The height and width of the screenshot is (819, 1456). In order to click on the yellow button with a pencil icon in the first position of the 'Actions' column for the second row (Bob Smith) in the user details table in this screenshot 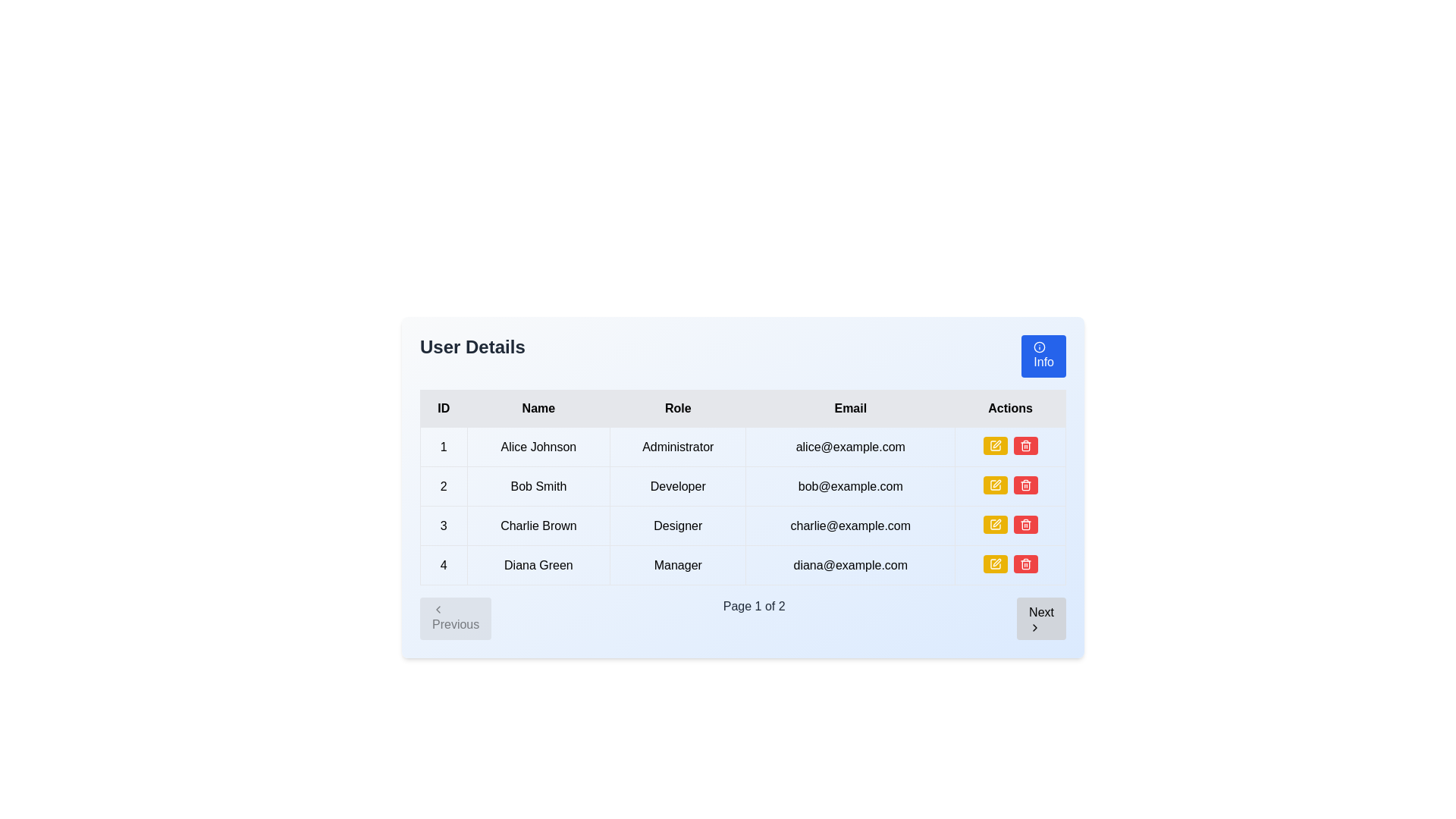, I will do `click(995, 485)`.